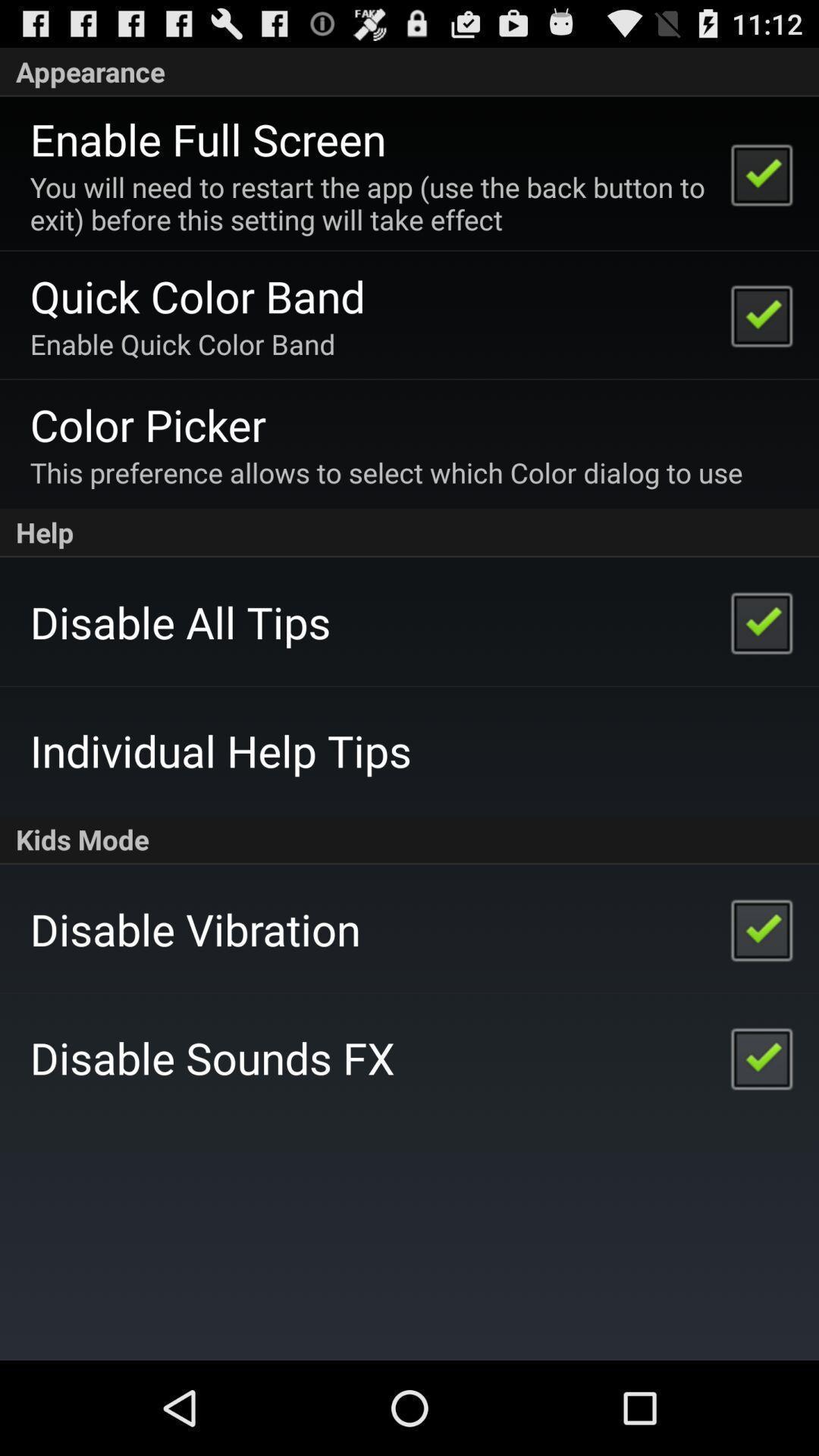  Describe the element at coordinates (221, 750) in the screenshot. I see `the item below disable all tips app` at that location.